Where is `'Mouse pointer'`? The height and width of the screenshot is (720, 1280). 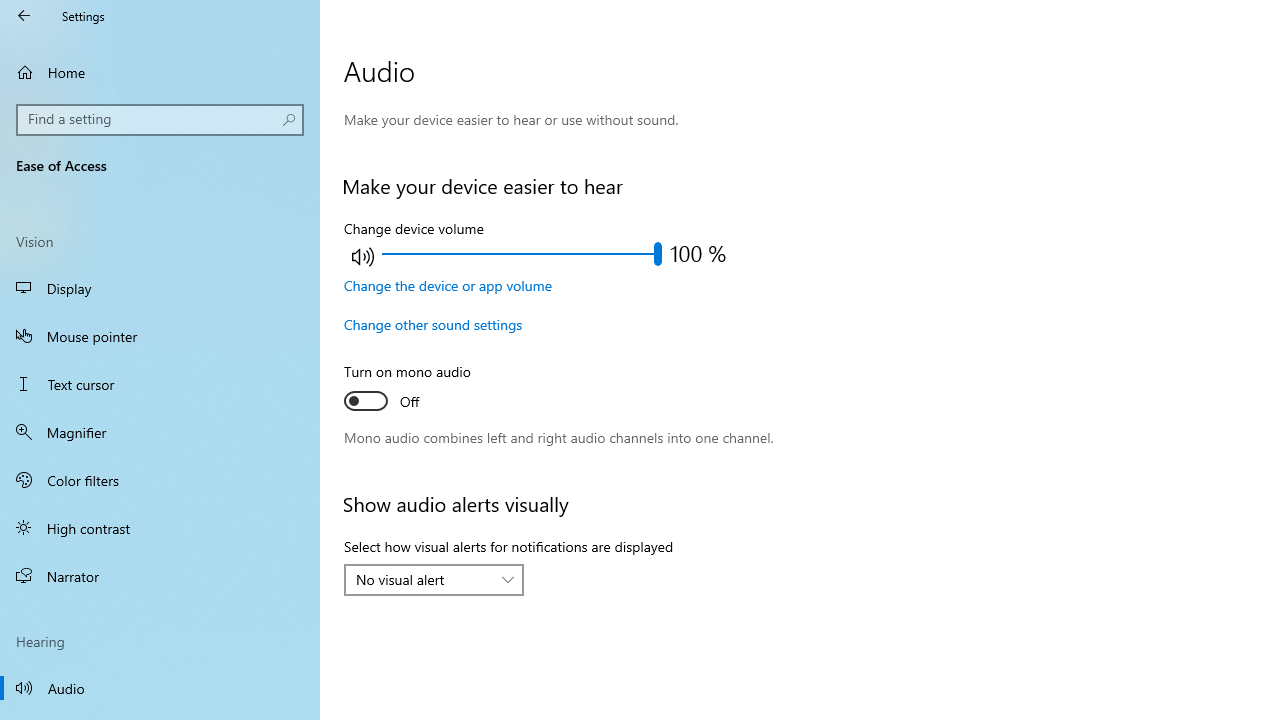 'Mouse pointer' is located at coordinates (160, 334).